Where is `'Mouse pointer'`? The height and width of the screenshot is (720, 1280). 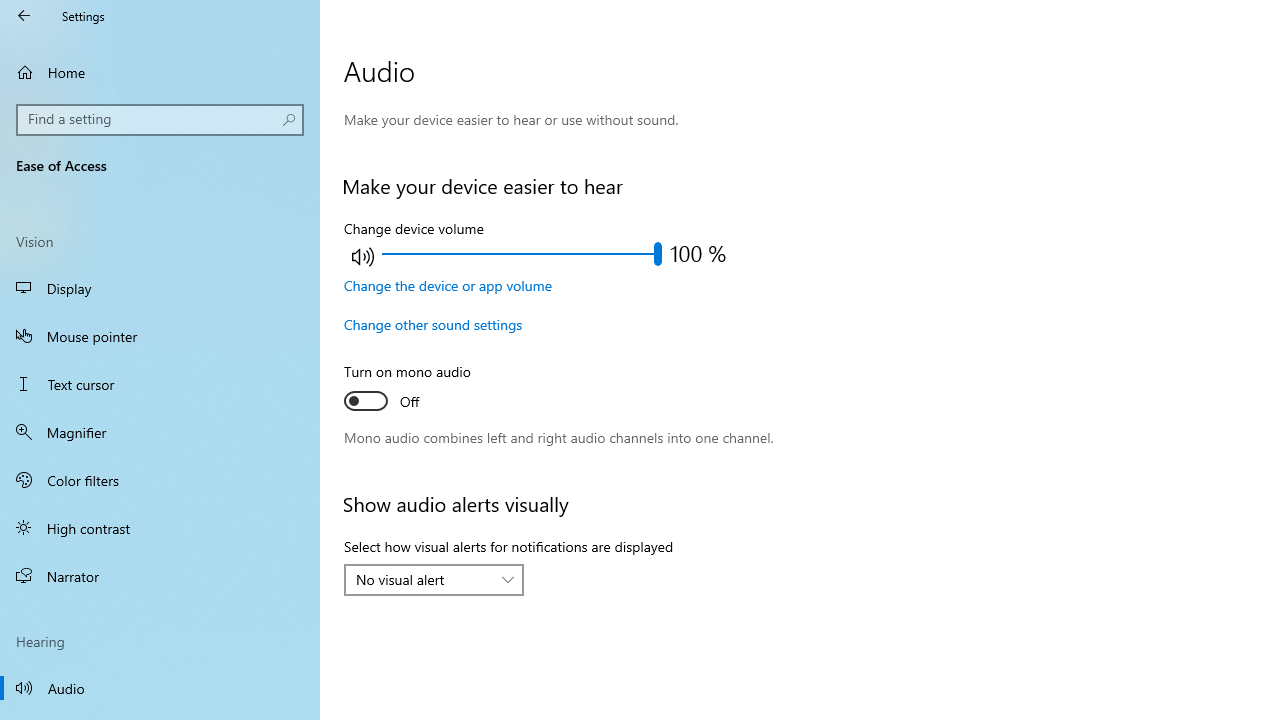 'Mouse pointer' is located at coordinates (160, 334).